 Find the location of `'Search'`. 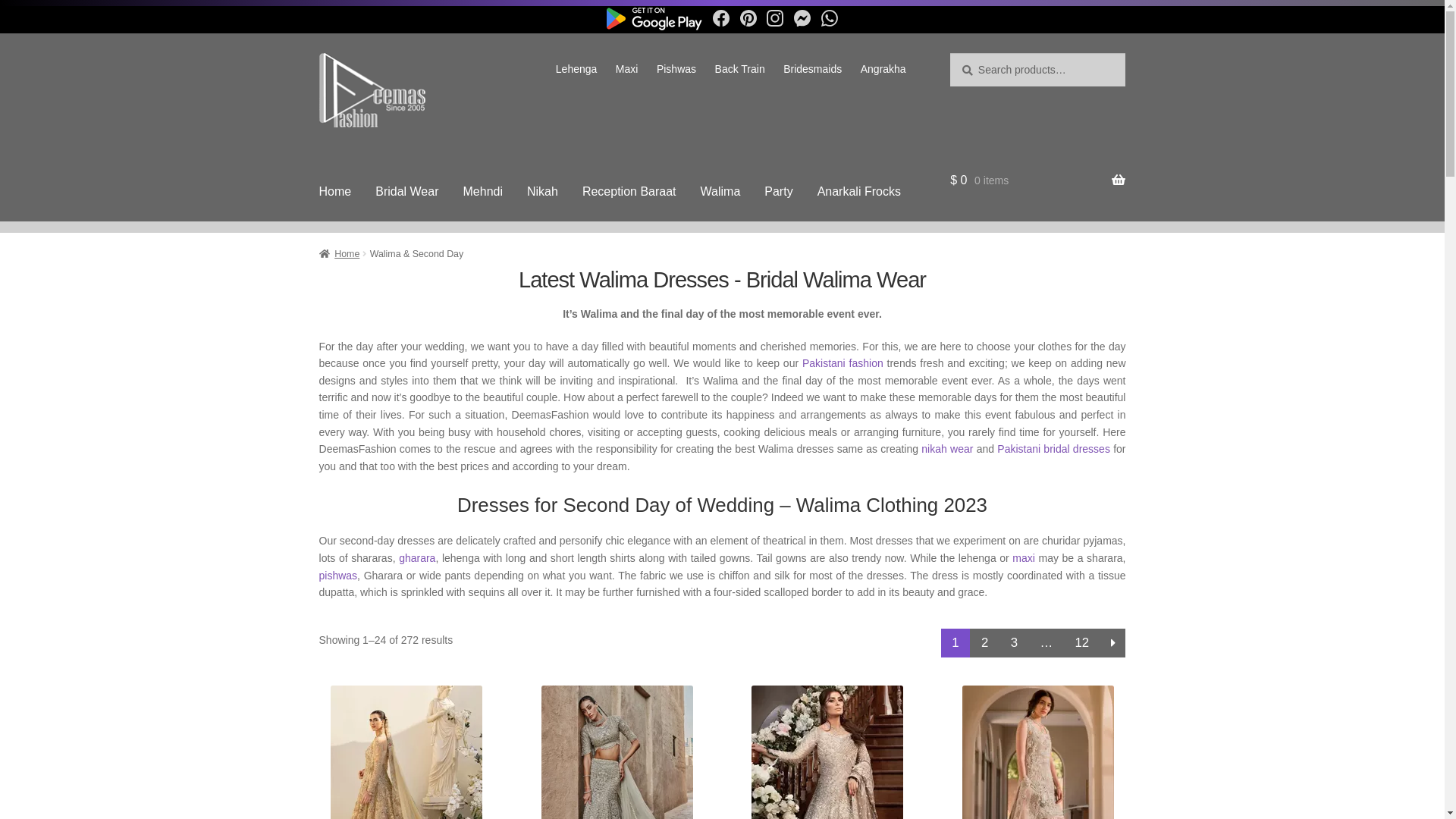

'Search' is located at coordinates (949, 52).